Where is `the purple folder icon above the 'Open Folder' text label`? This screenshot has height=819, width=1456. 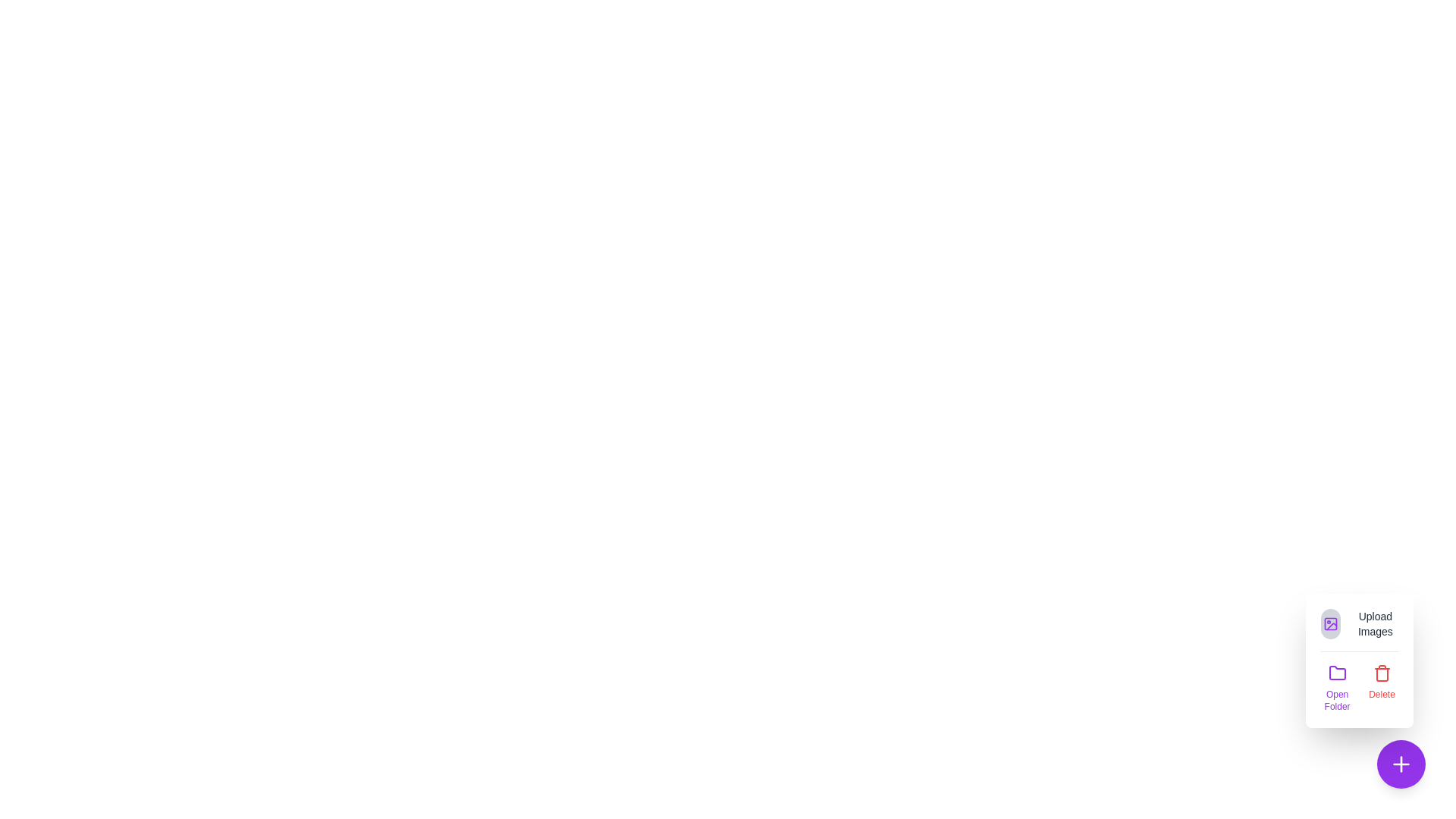
the purple folder icon above the 'Open Folder' text label is located at coordinates (1337, 672).